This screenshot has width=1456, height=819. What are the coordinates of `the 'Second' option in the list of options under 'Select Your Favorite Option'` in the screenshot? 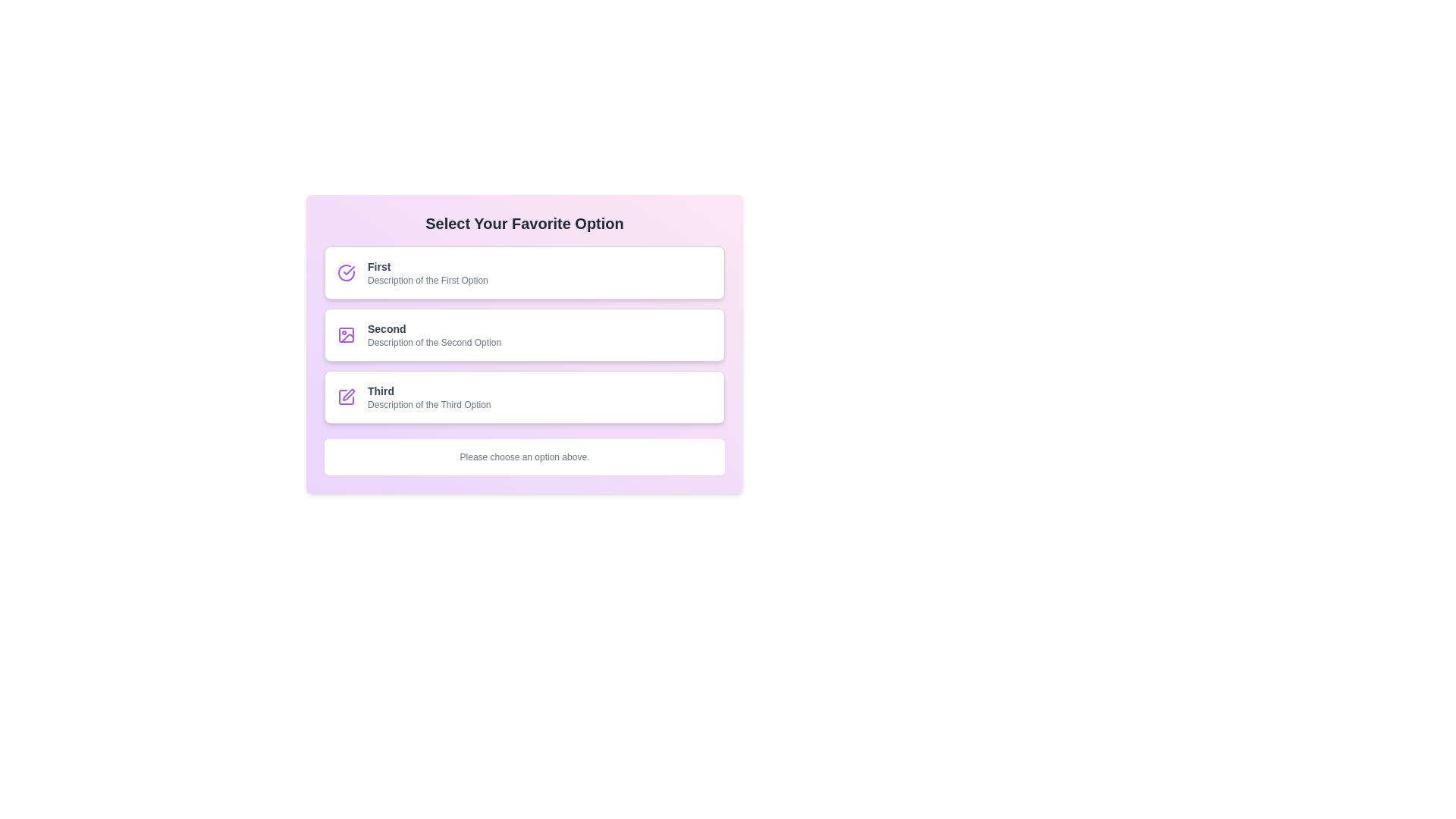 It's located at (524, 334).